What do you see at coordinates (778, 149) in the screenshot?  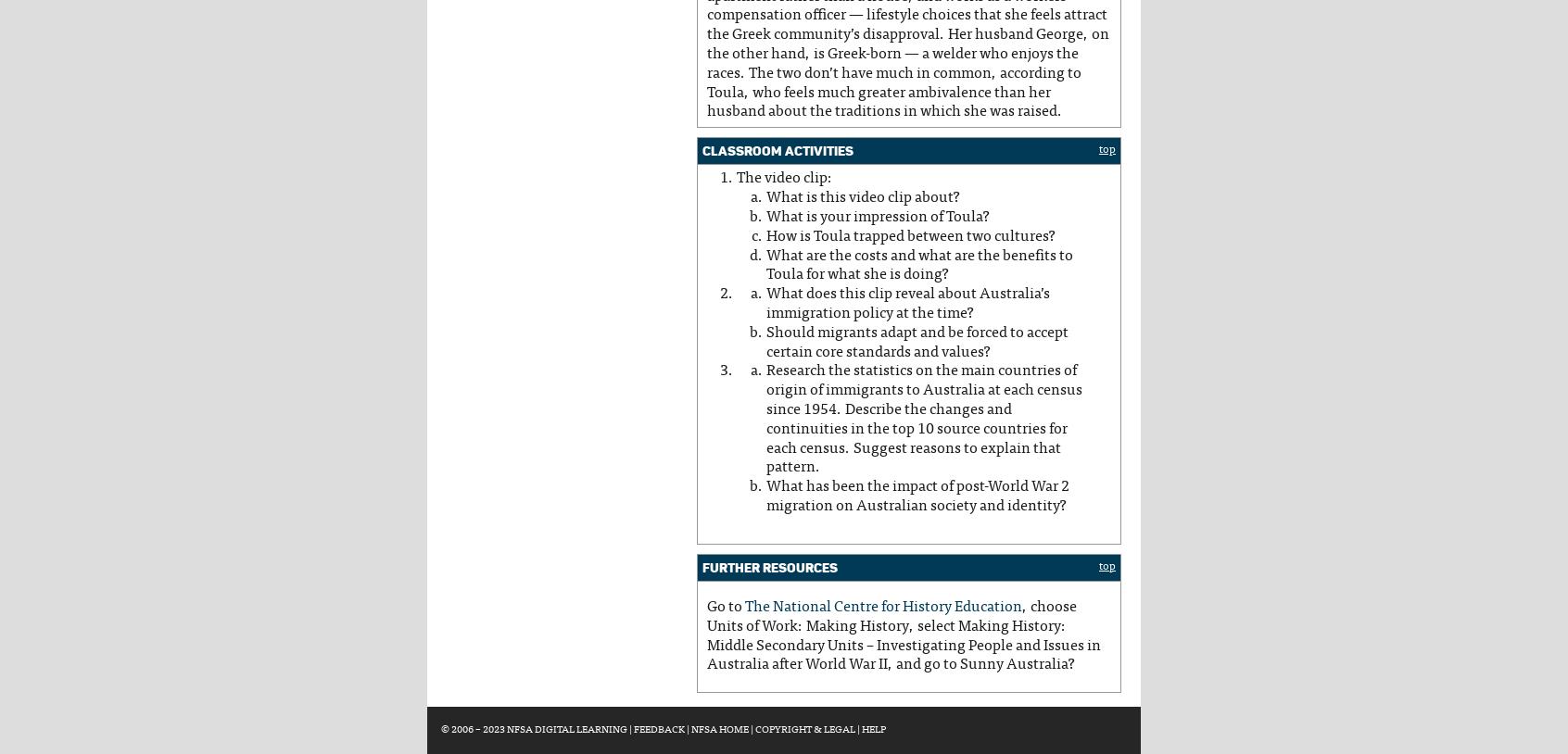 I see `'Classroom Activities'` at bounding box center [778, 149].